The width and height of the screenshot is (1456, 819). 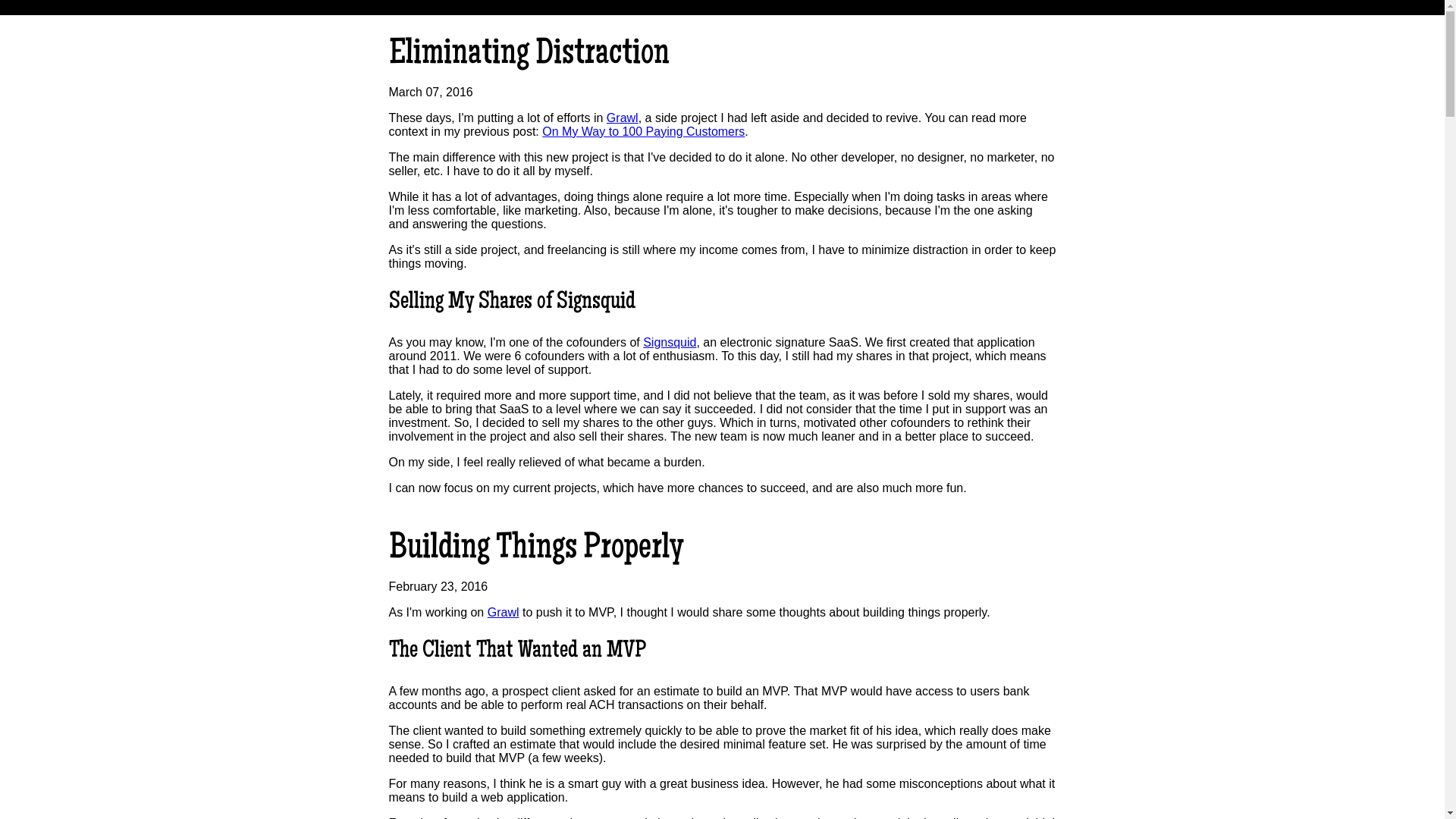 What do you see at coordinates (622, 117) in the screenshot?
I see `'Grawl'` at bounding box center [622, 117].